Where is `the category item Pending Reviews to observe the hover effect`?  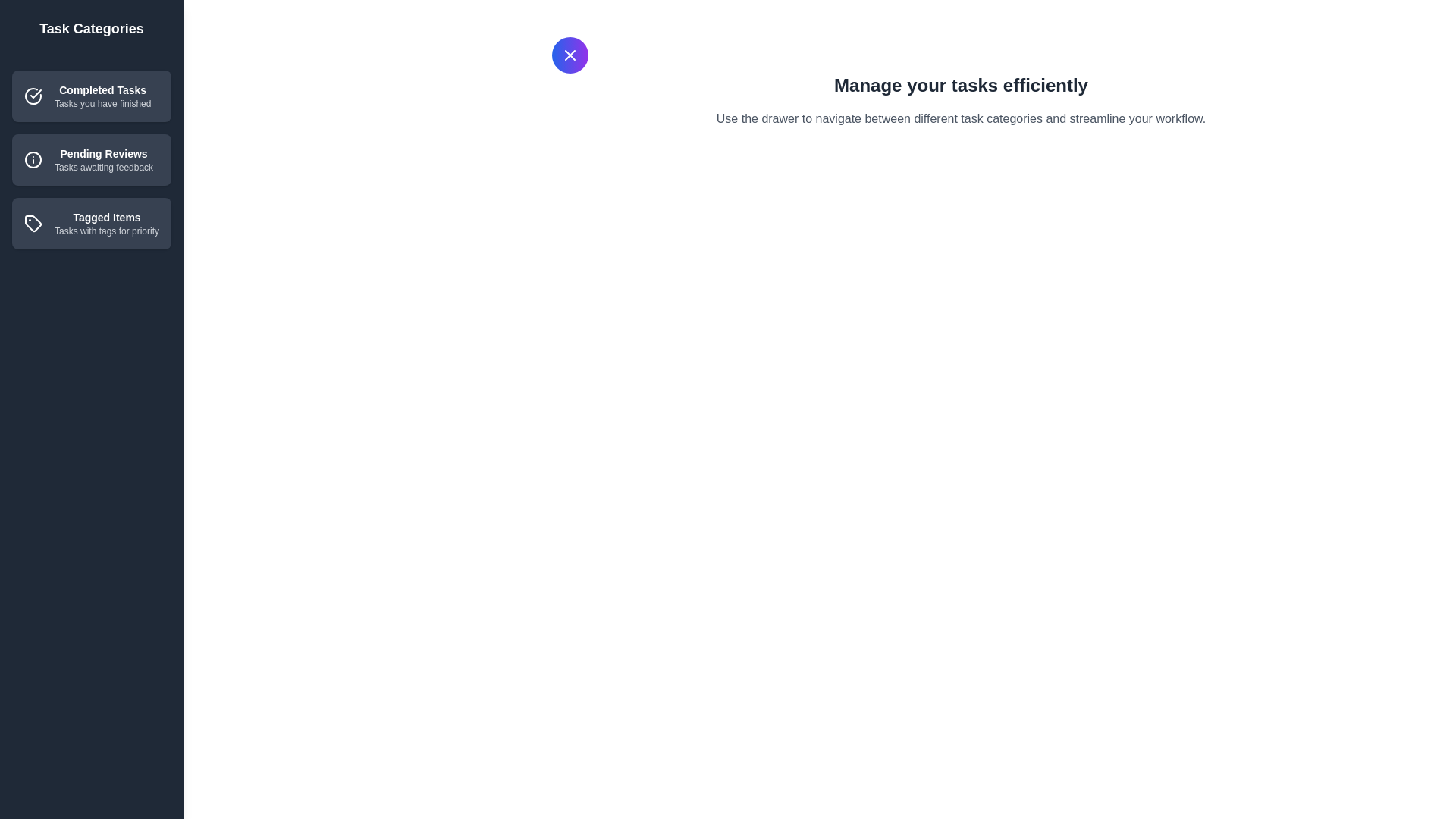 the category item Pending Reviews to observe the hover effect is located at coordinates (90, 160).